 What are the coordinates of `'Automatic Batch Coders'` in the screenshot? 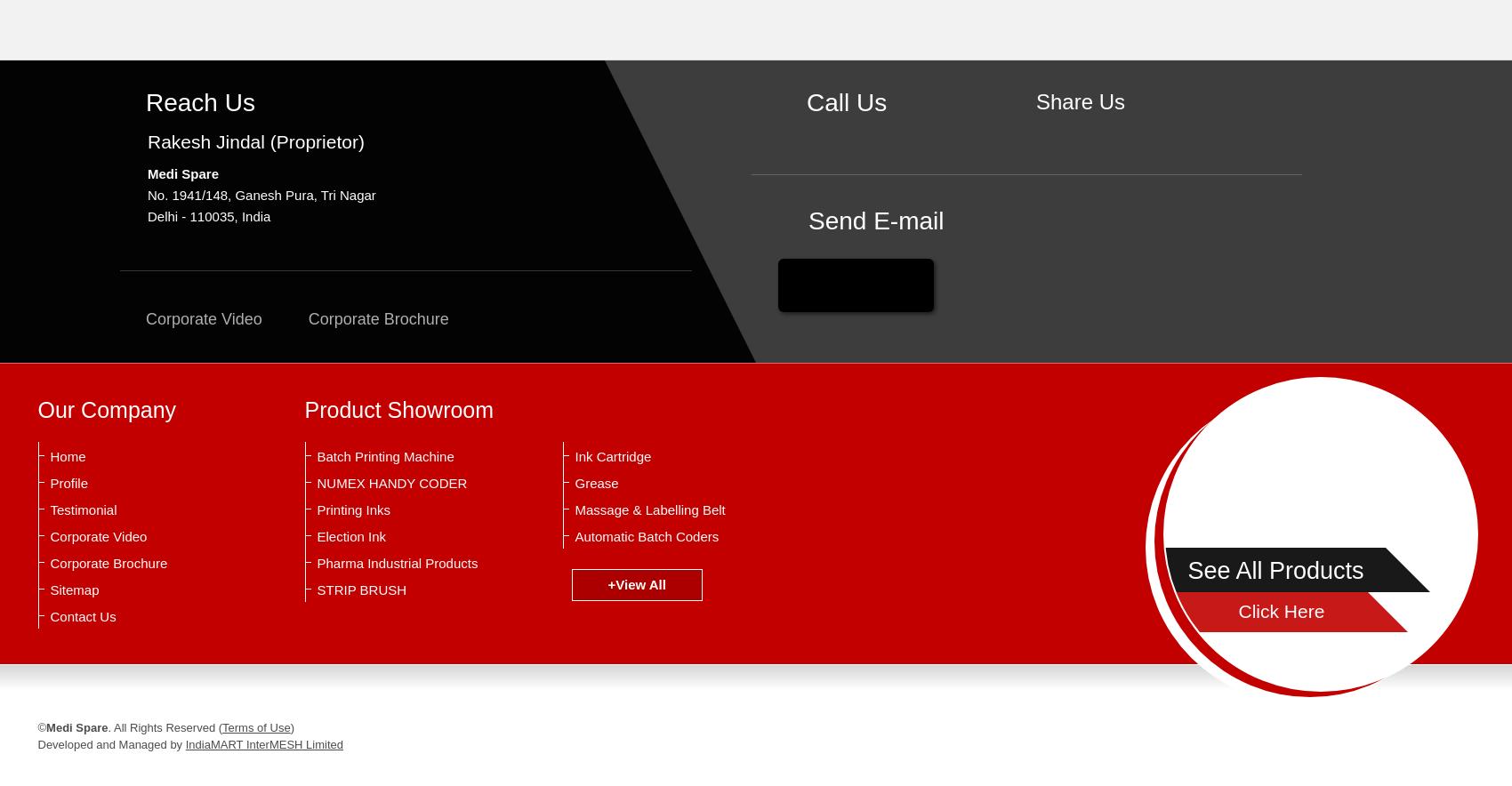 It's located at (646, 536).